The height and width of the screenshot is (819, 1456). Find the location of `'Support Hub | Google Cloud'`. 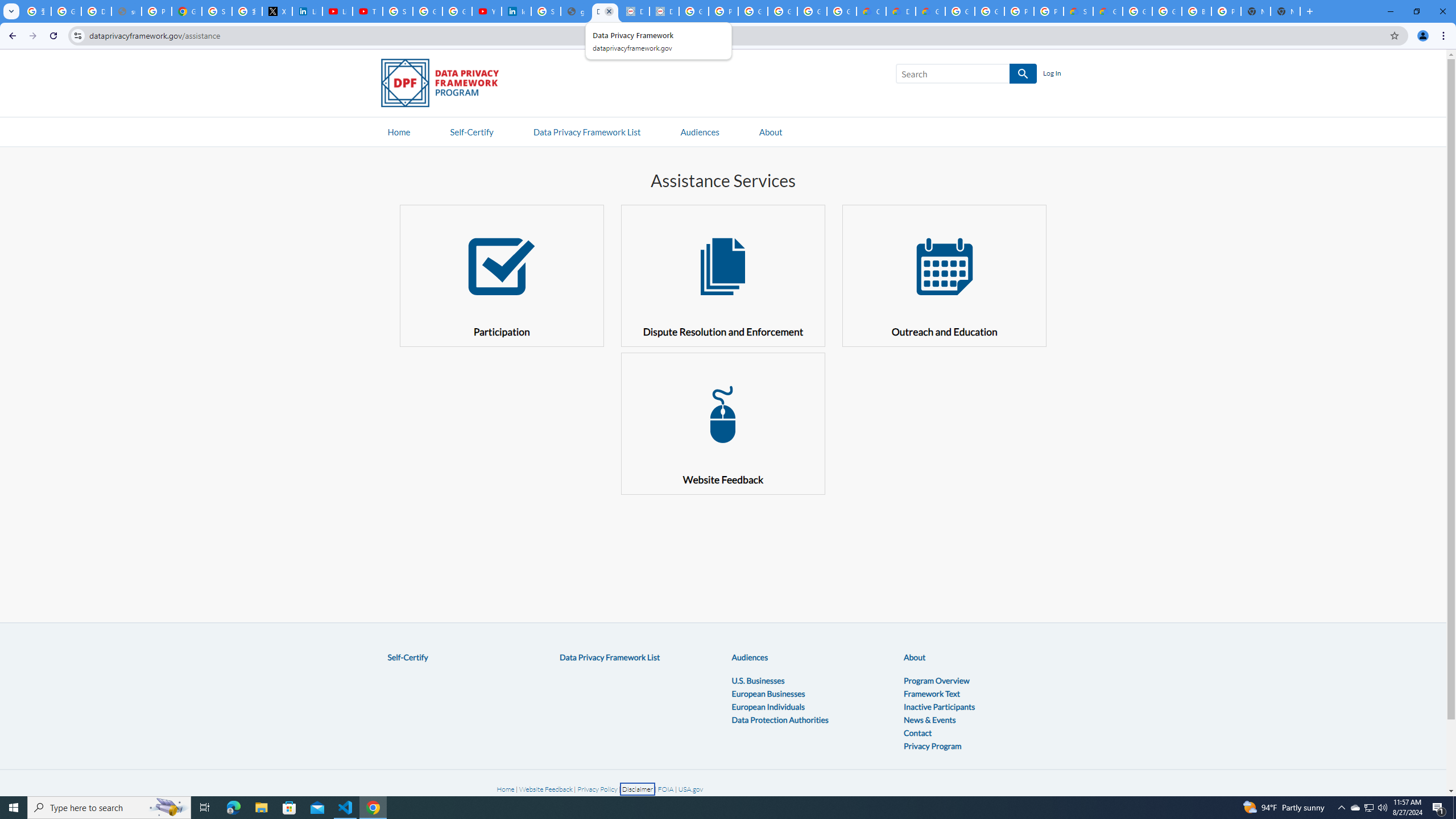

'Support Hub | Google Cloud' is located at coordinates (1078, 11).